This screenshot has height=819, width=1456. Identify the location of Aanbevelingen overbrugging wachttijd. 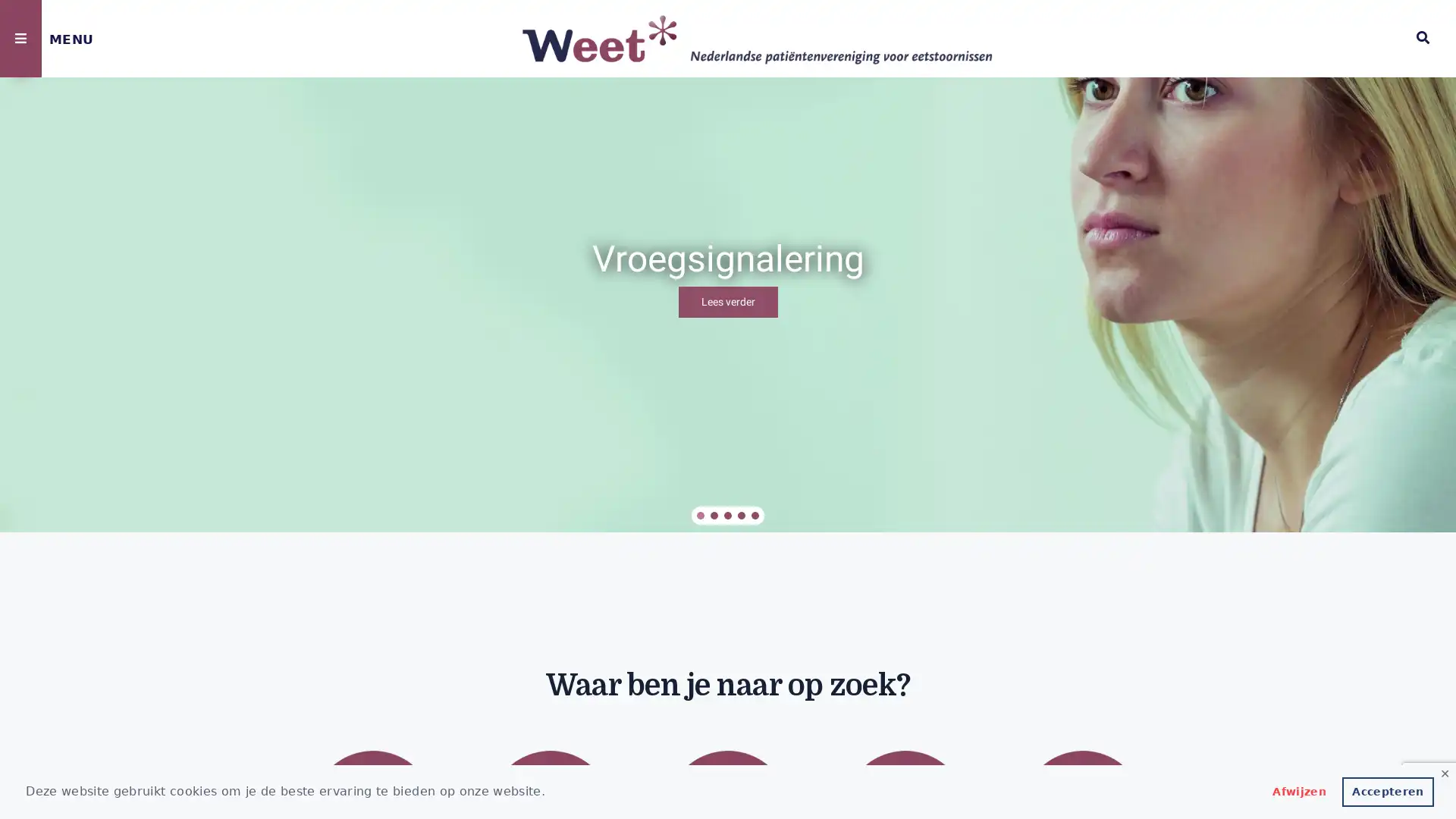
(742, 514).